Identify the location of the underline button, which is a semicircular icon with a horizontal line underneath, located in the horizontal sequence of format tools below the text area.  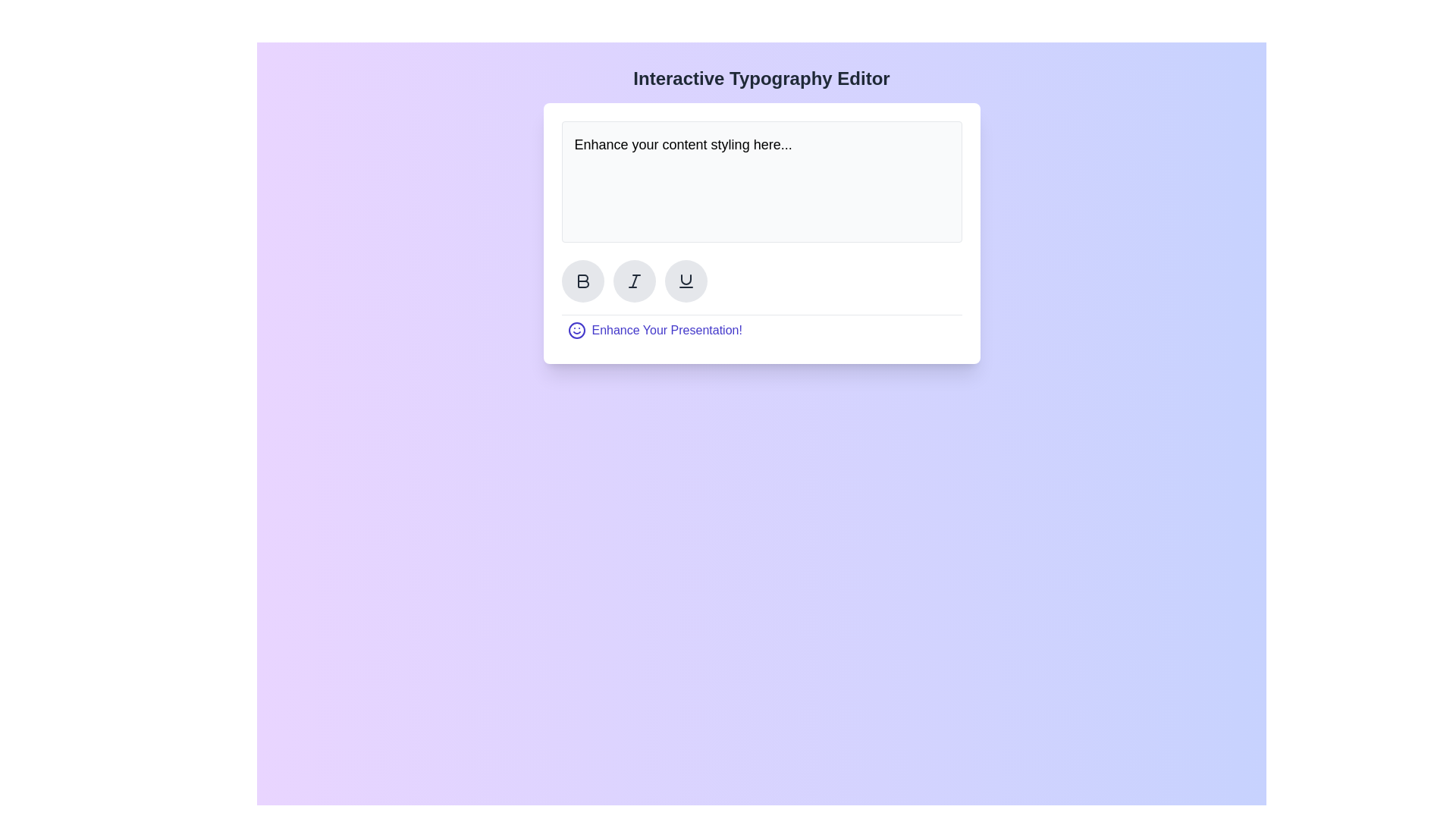
(685, 281).